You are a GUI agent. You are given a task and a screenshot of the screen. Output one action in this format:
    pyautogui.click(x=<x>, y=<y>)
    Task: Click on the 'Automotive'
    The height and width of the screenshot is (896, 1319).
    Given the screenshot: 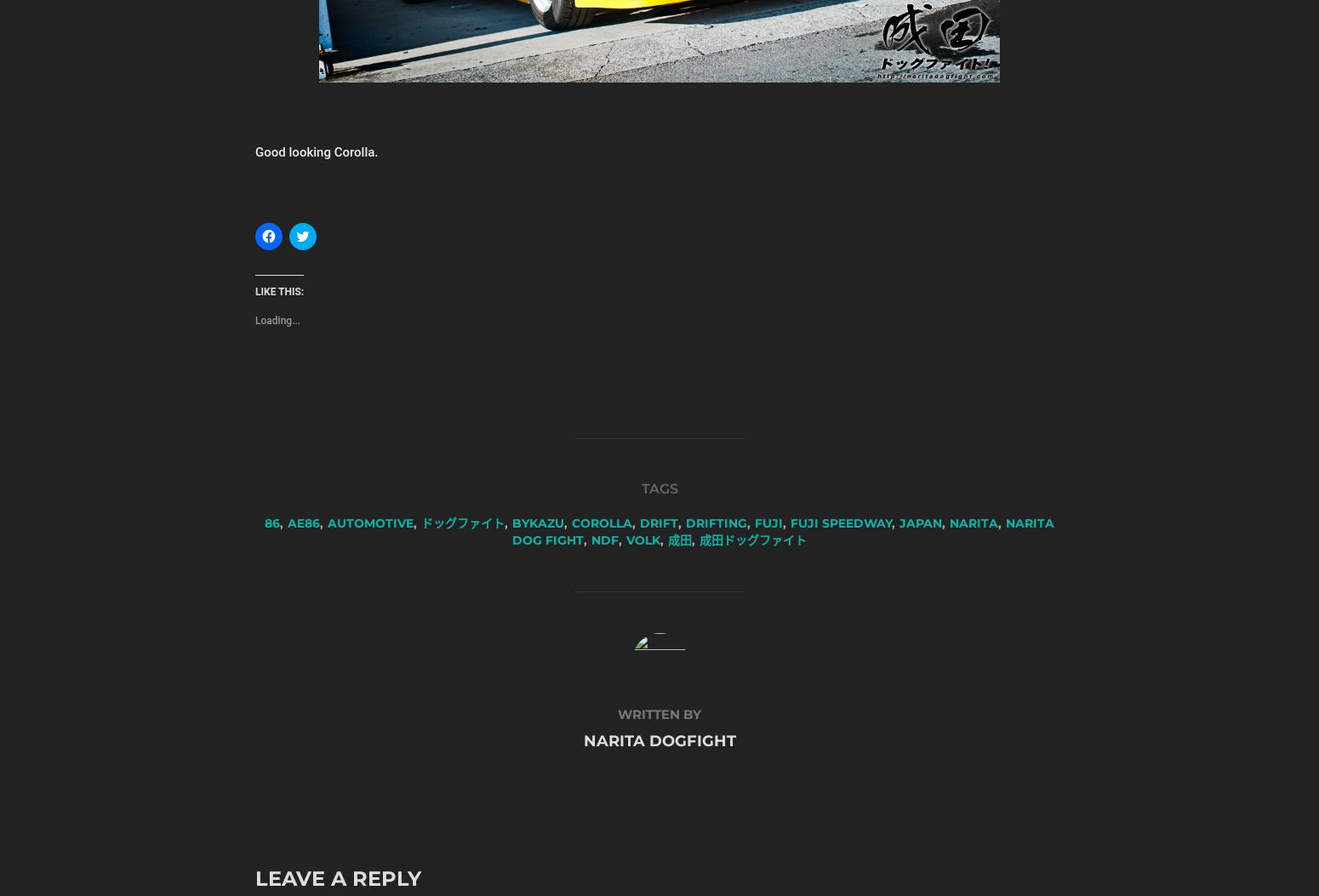 What is the action you would take?
    pyautogui.click(x=370, y=522)
    